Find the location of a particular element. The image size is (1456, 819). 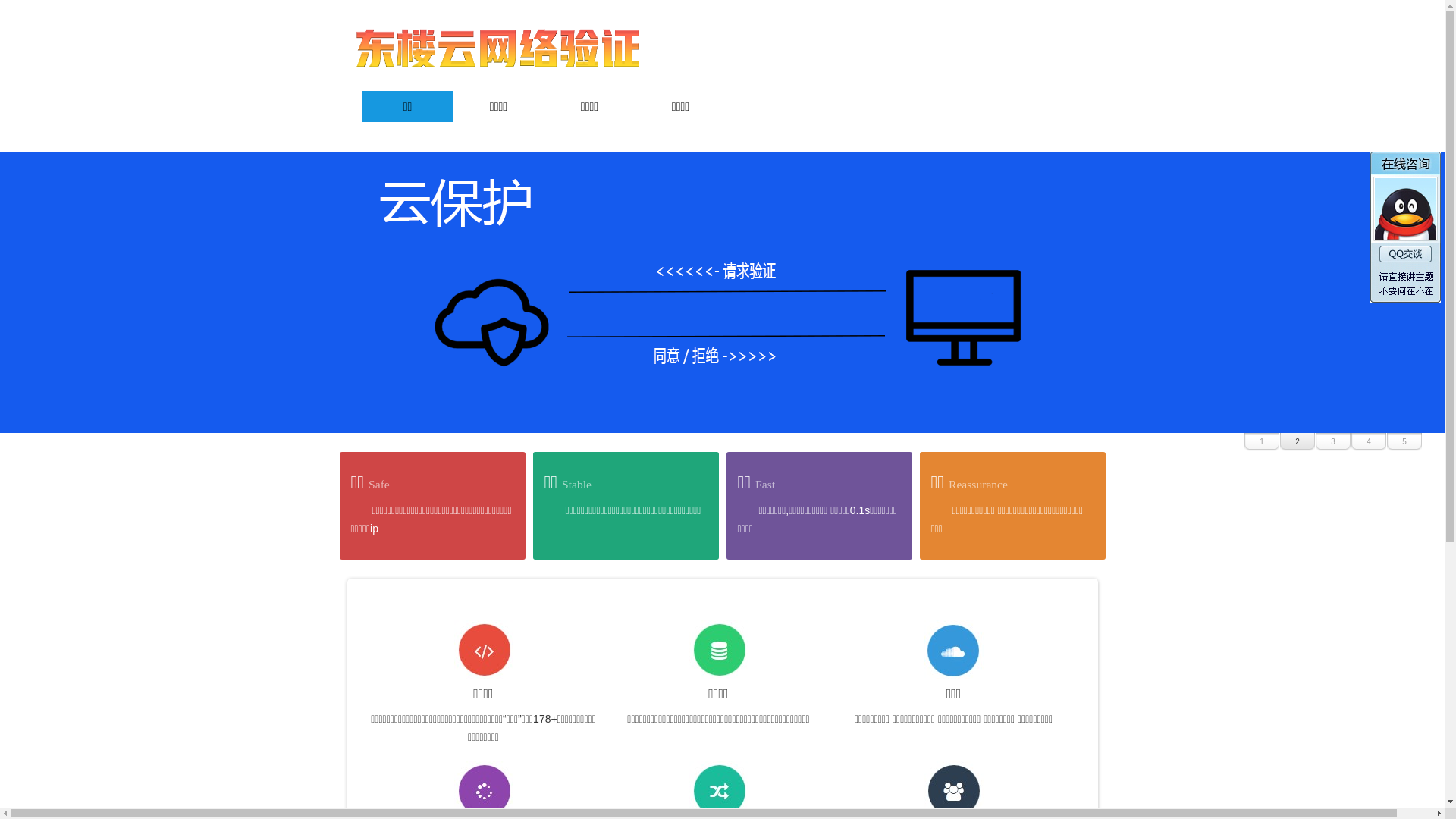

'2' is located at coordinates (1279, 441).